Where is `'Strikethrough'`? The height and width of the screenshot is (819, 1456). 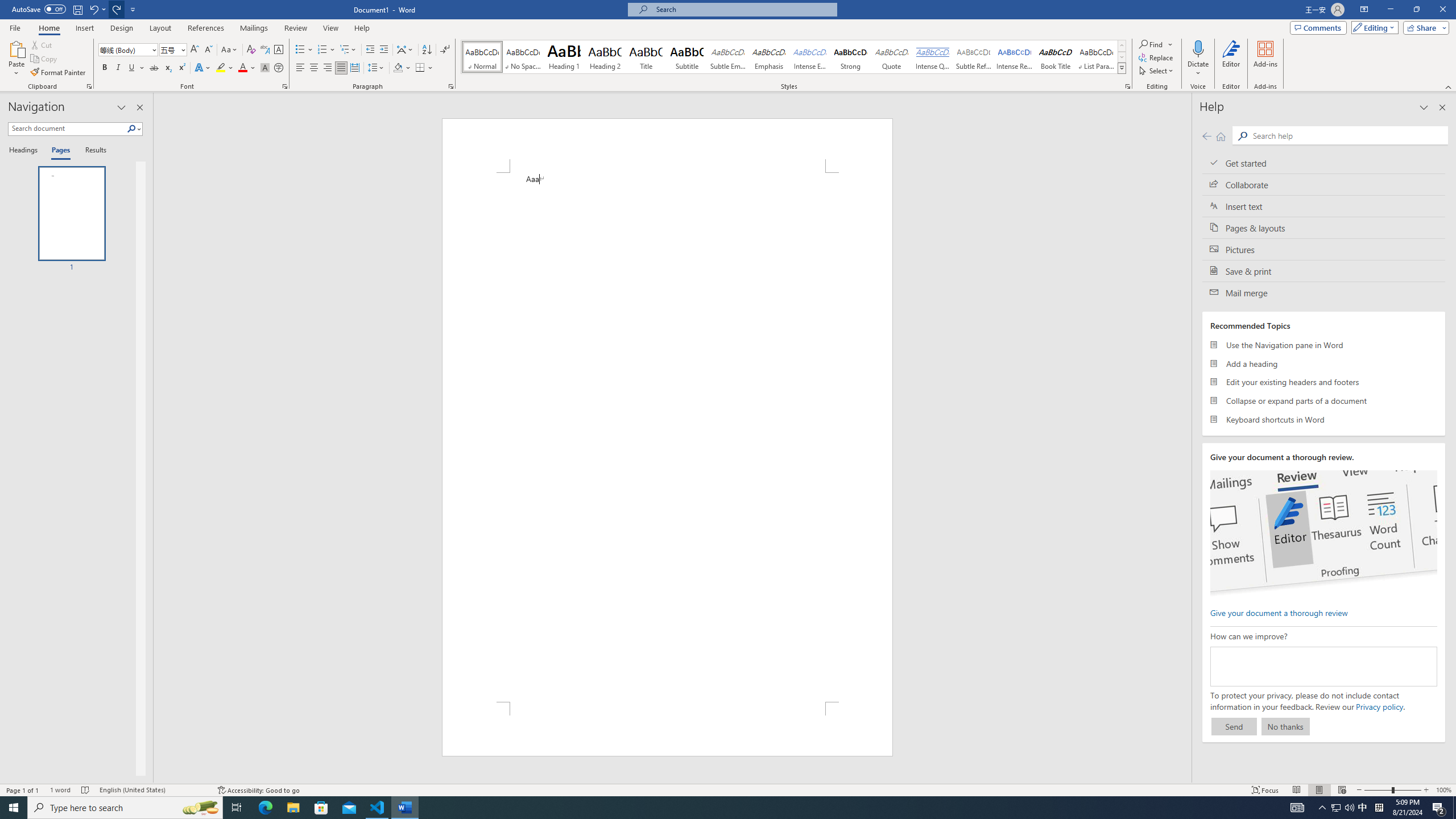
'Strikethrough' is located at coordinates (154, 67).